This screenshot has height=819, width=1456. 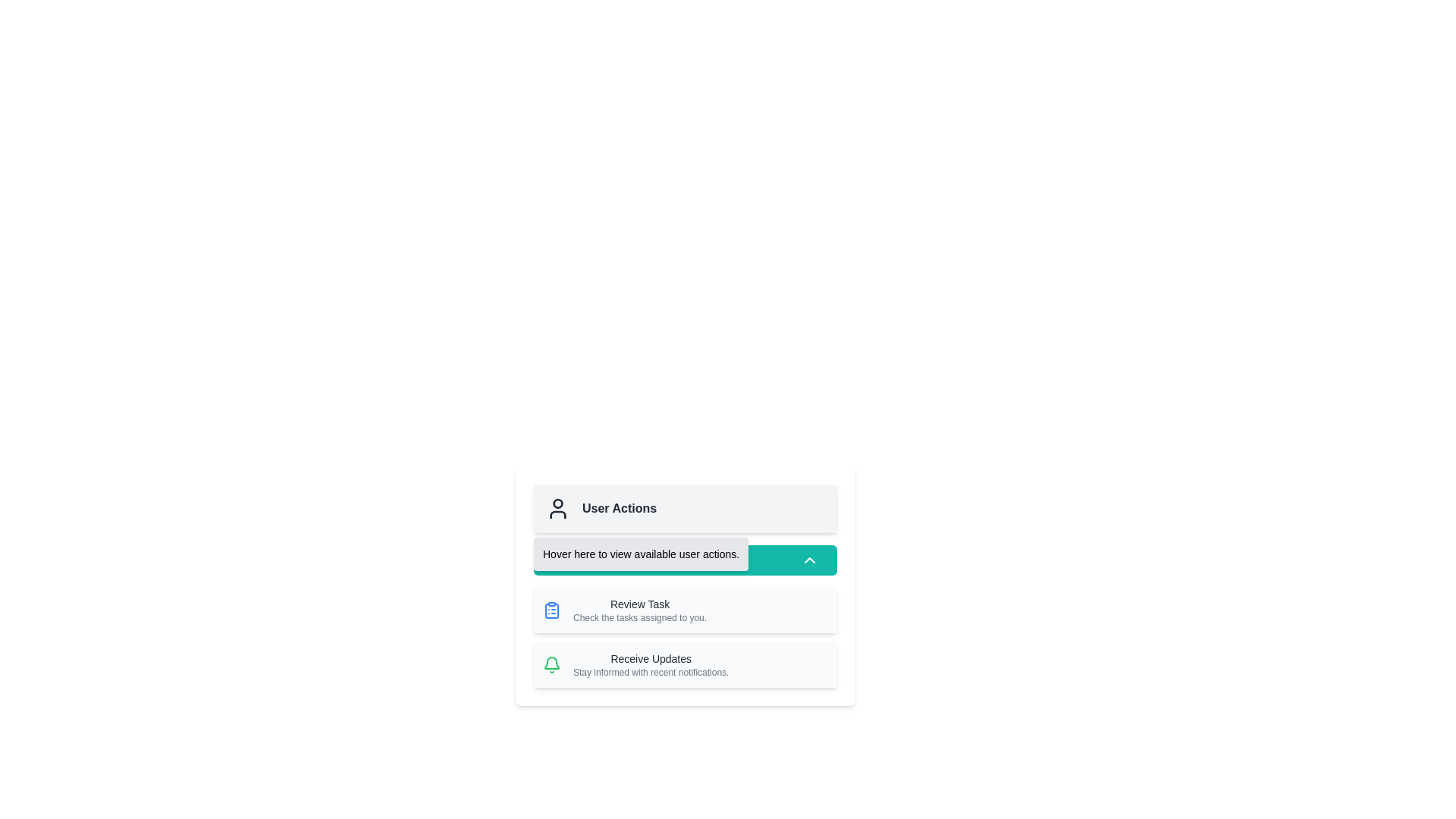 What do you see at coordinates (651, 657) in the screenshot?
I see `the Text Label located in the bottom section of the 'User Actions' menu, which serves as a heading indicating the purpose of the associated information or action` at bounding box center [651, 657].